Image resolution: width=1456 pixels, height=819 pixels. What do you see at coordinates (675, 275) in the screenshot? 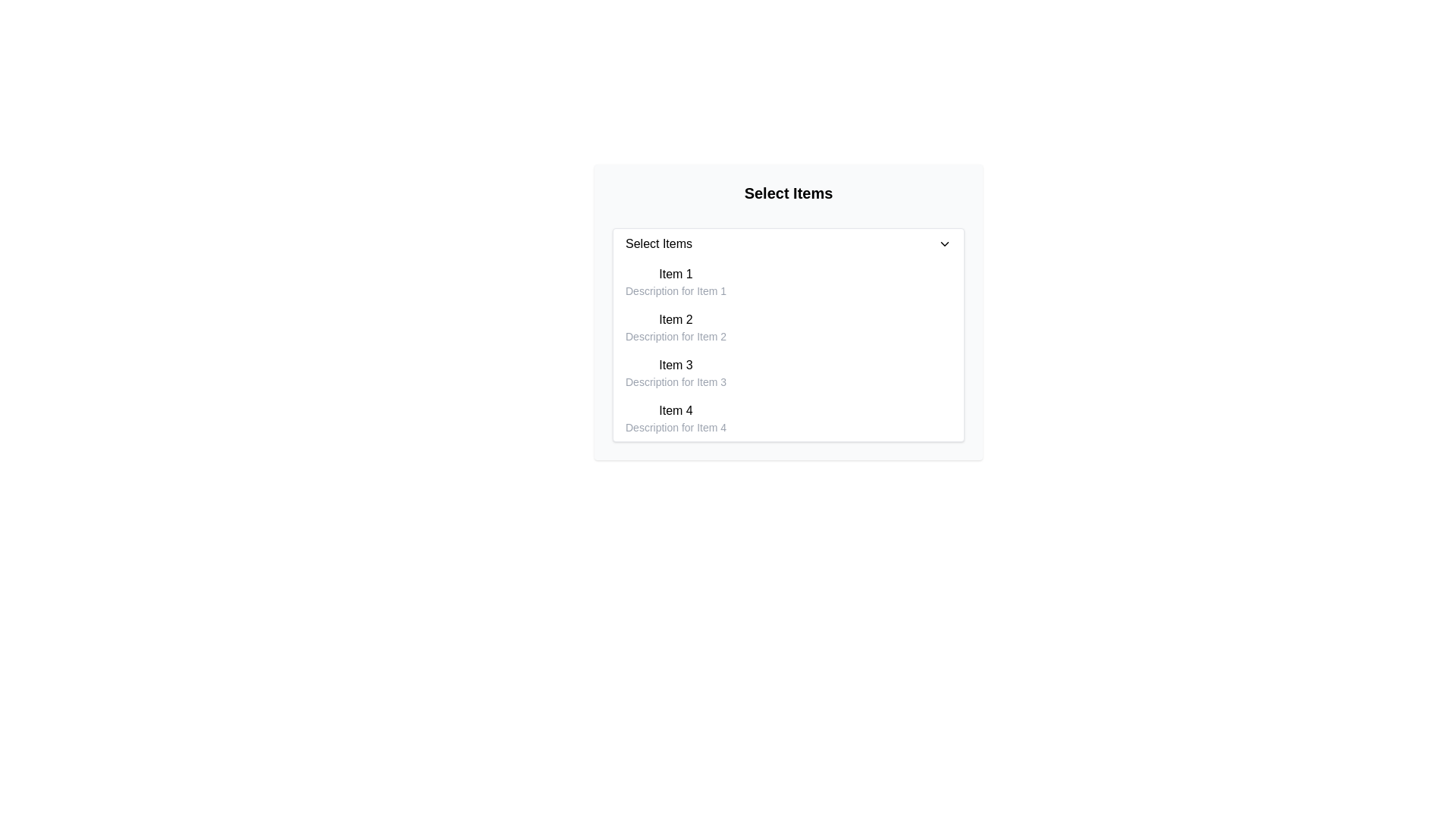
I see `the bold textual heading labeled 'Item 1' which is the first item in a dropdown list, positioned directly above its description text 'Description for Item 1'` at bounding box center [675, 275].